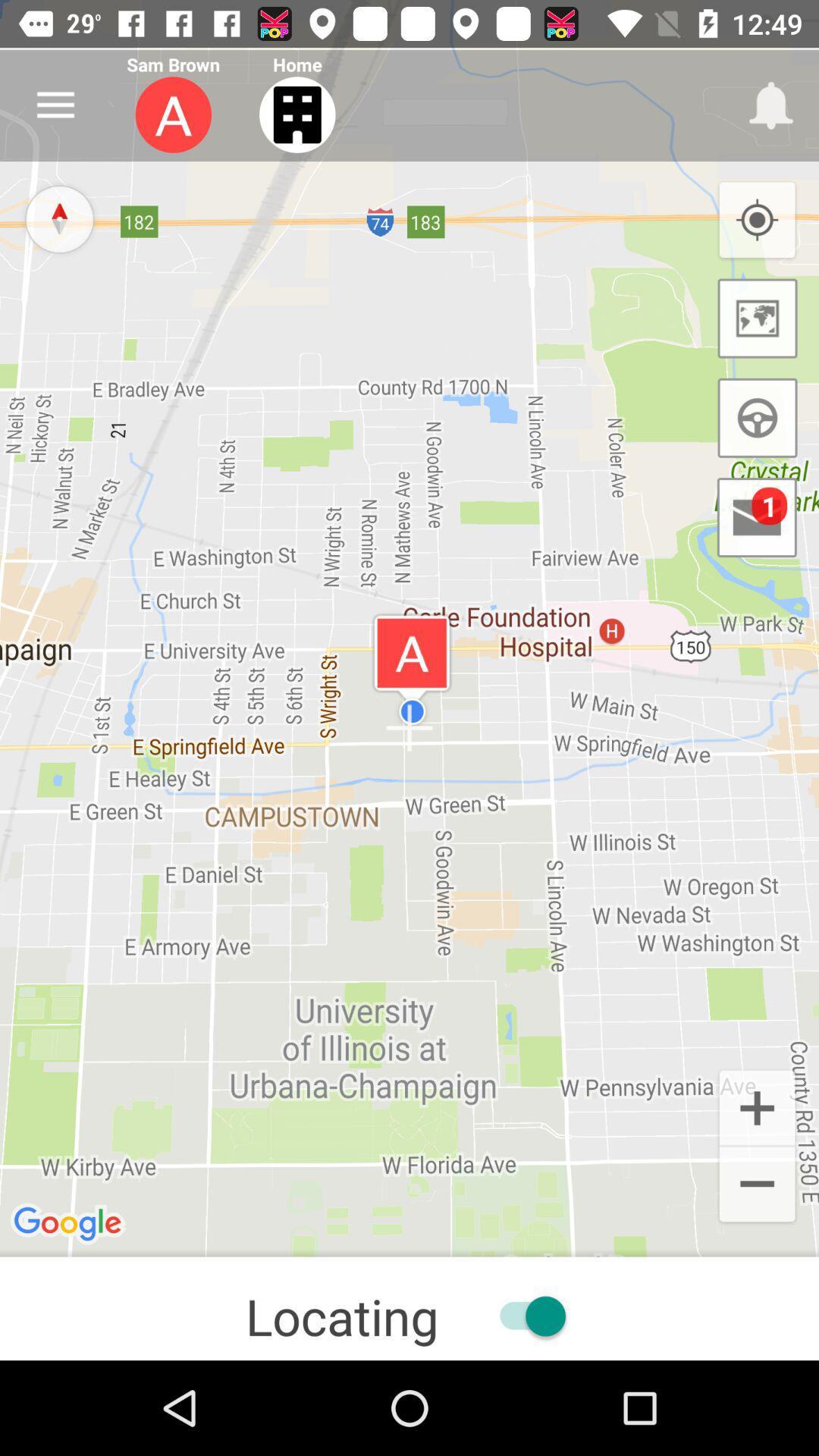 This screenshot has width=819, height=1456. Describe the element at coordinates (757, 1106) in the screenshot. I see `the add icon` at that location.